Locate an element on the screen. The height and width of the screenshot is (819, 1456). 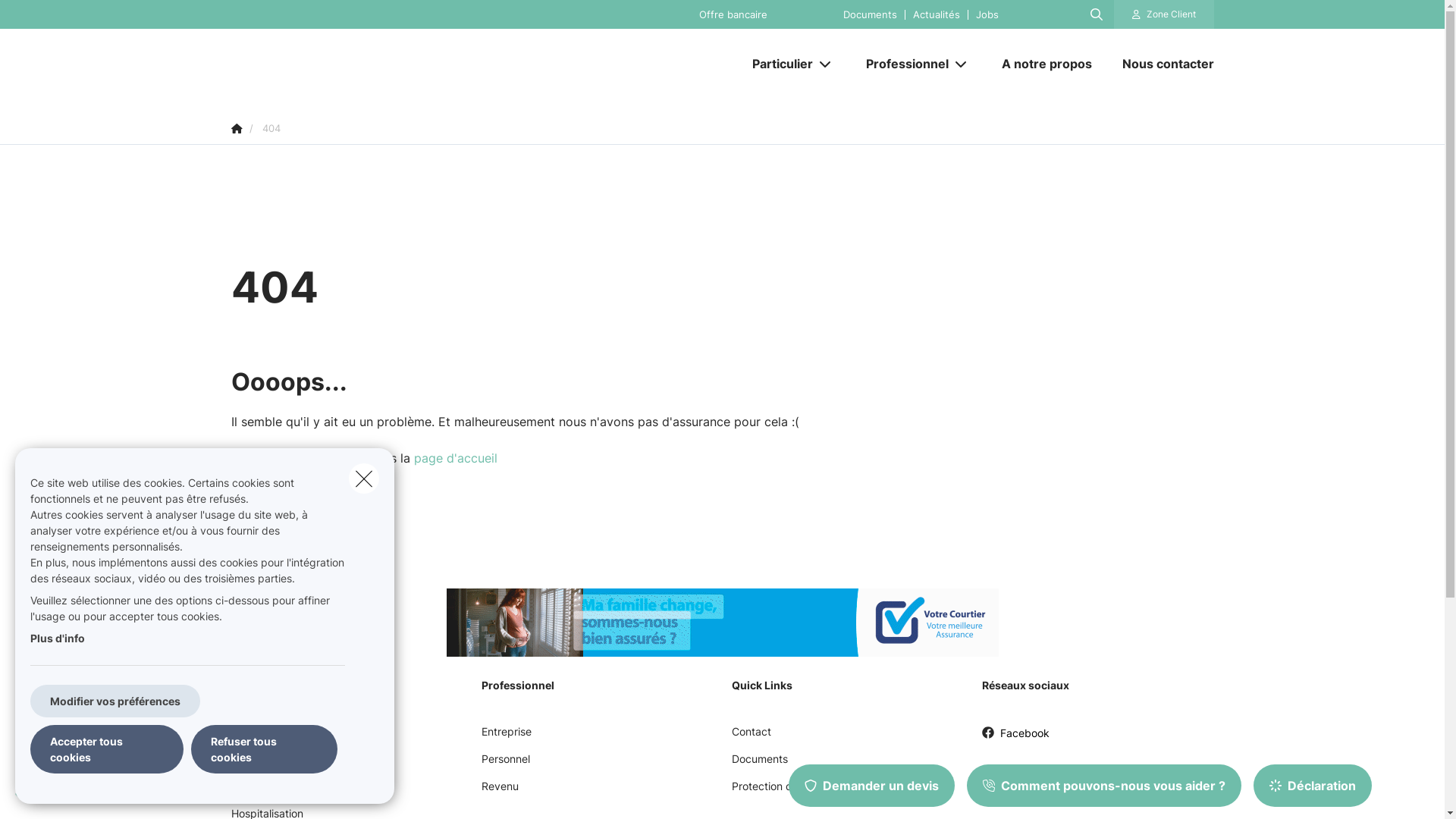
'Particulier' is located at coordinates (777, 63).